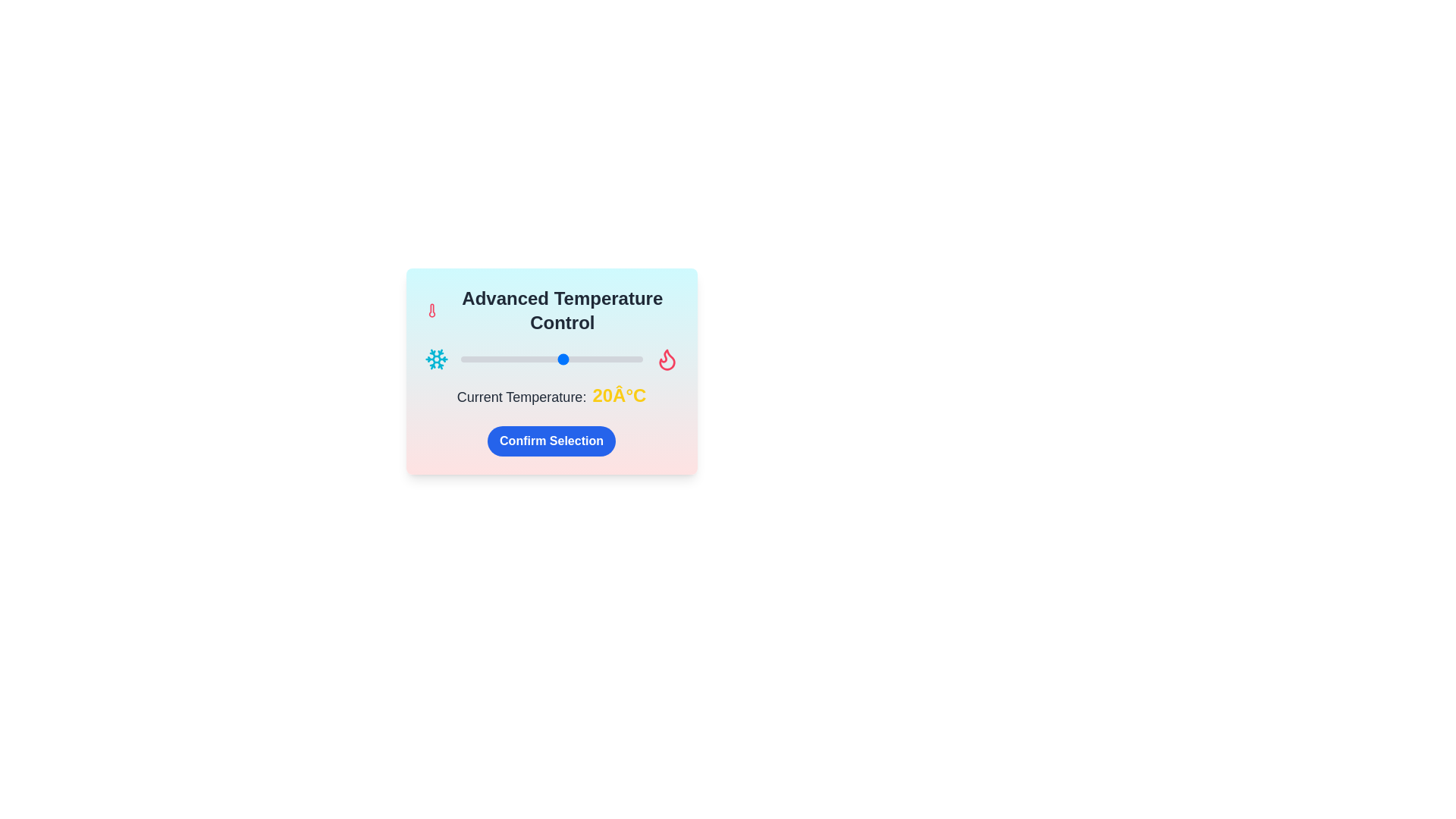 This screenshot has height=819, width=1456. Describe the element at coordinates (551, 441) in the screenshot. I see `'Confirm Selection' button to submit the temperature` at that location.